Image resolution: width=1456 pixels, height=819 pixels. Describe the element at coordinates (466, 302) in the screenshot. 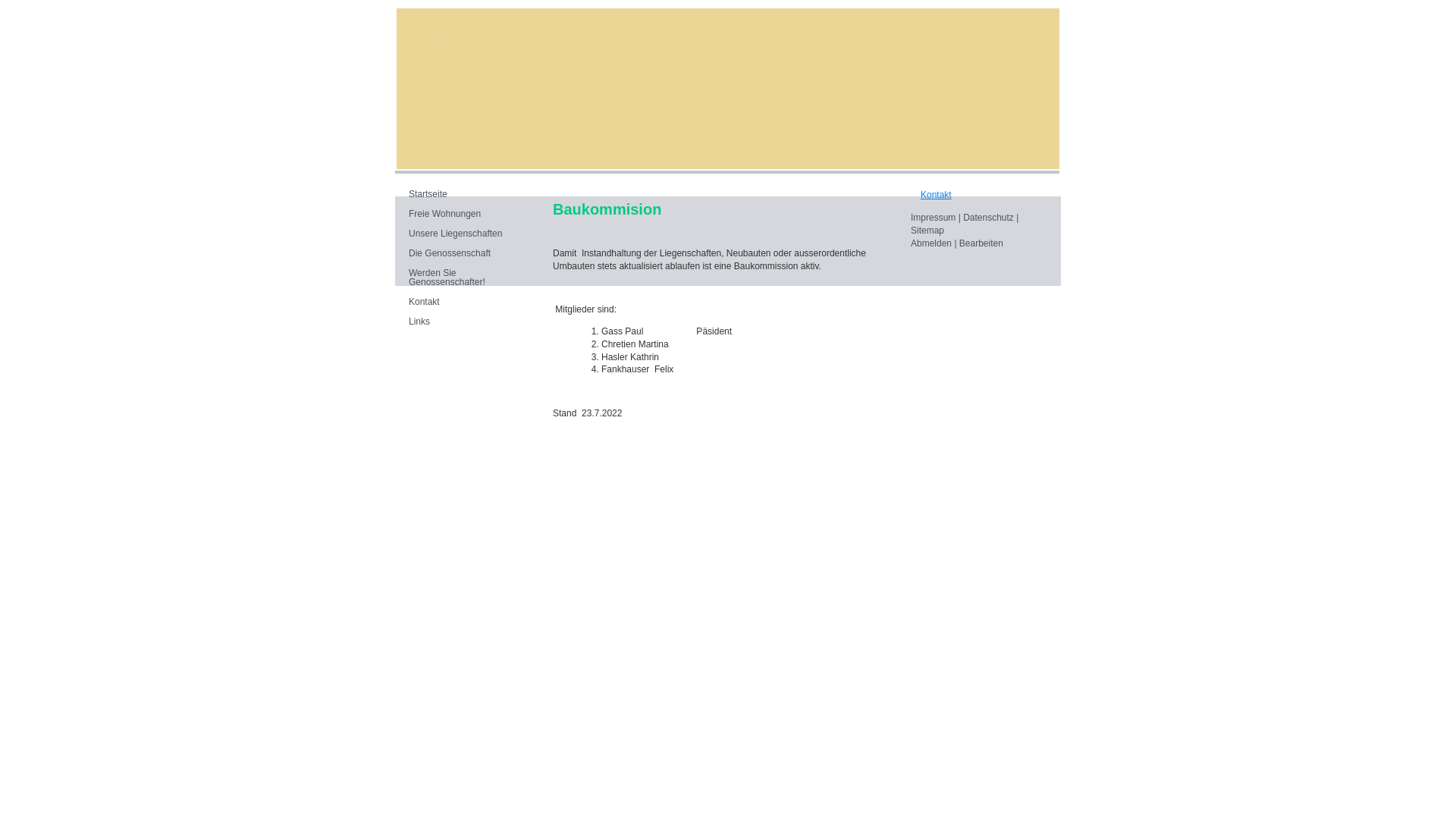

I see `'Kontakt'` at that location.